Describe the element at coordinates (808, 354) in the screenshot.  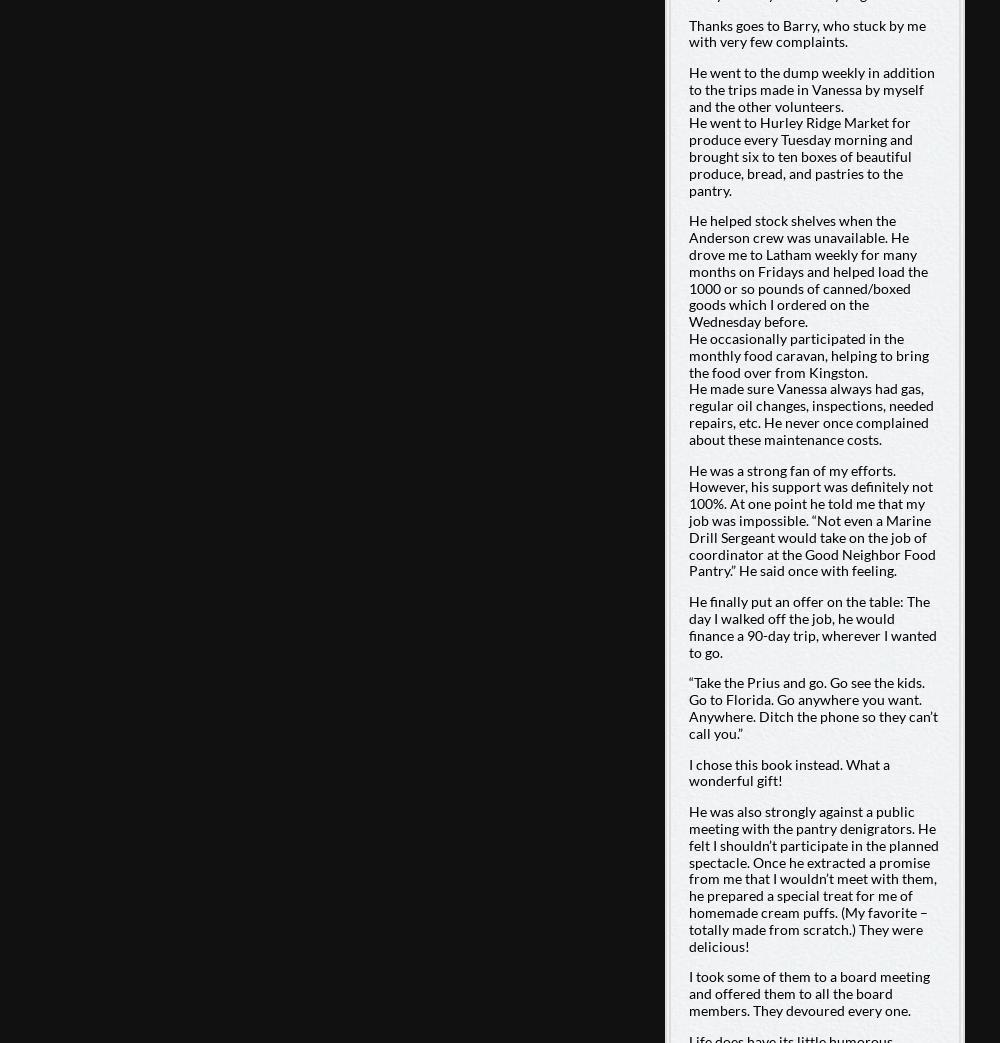
I see `'He occasionally participated in the monthly food caravan, helping to bring the food over from Kingston.'` at that location.